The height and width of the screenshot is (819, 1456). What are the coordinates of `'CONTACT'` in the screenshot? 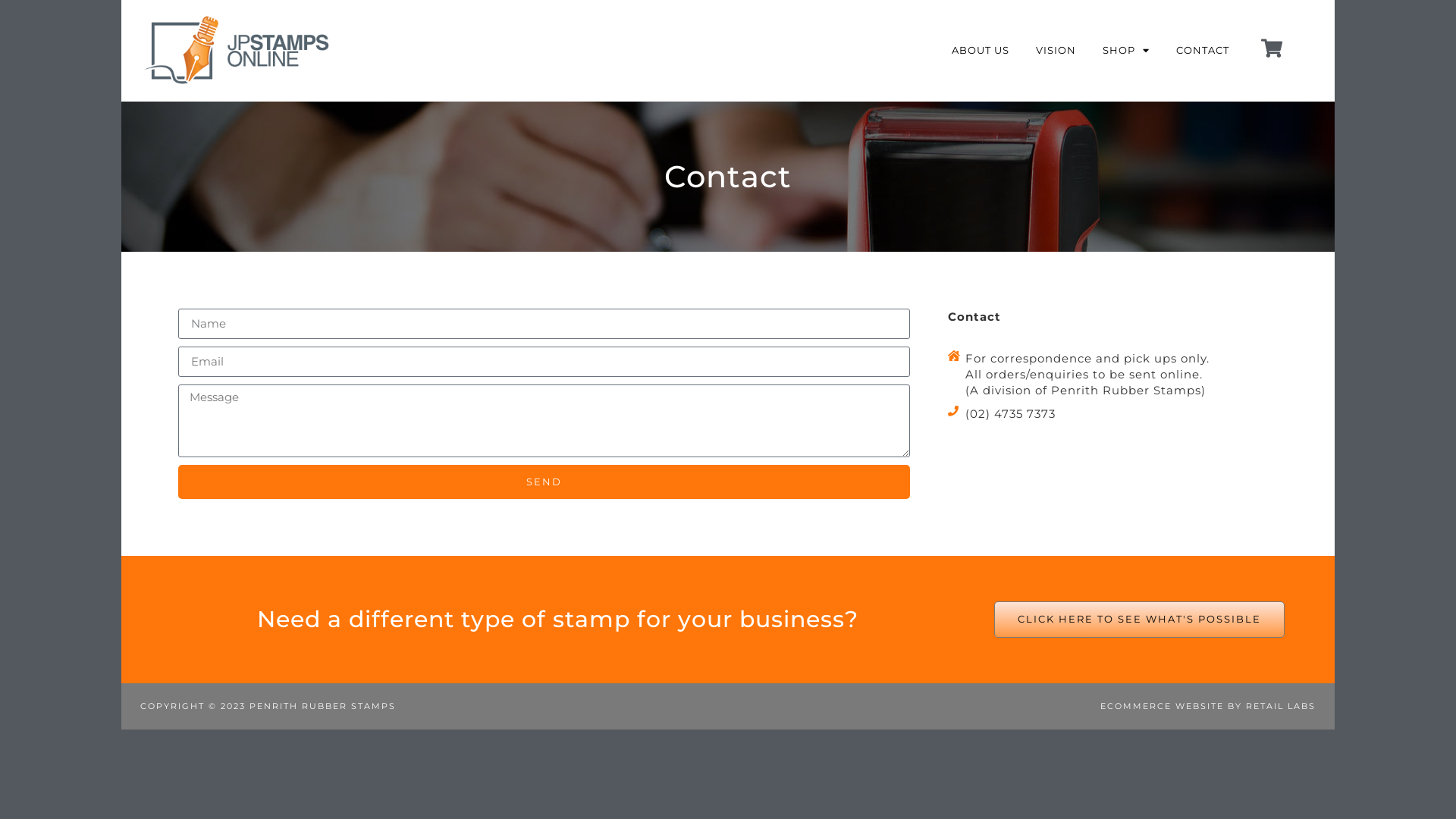 It's located at (1175, 49).